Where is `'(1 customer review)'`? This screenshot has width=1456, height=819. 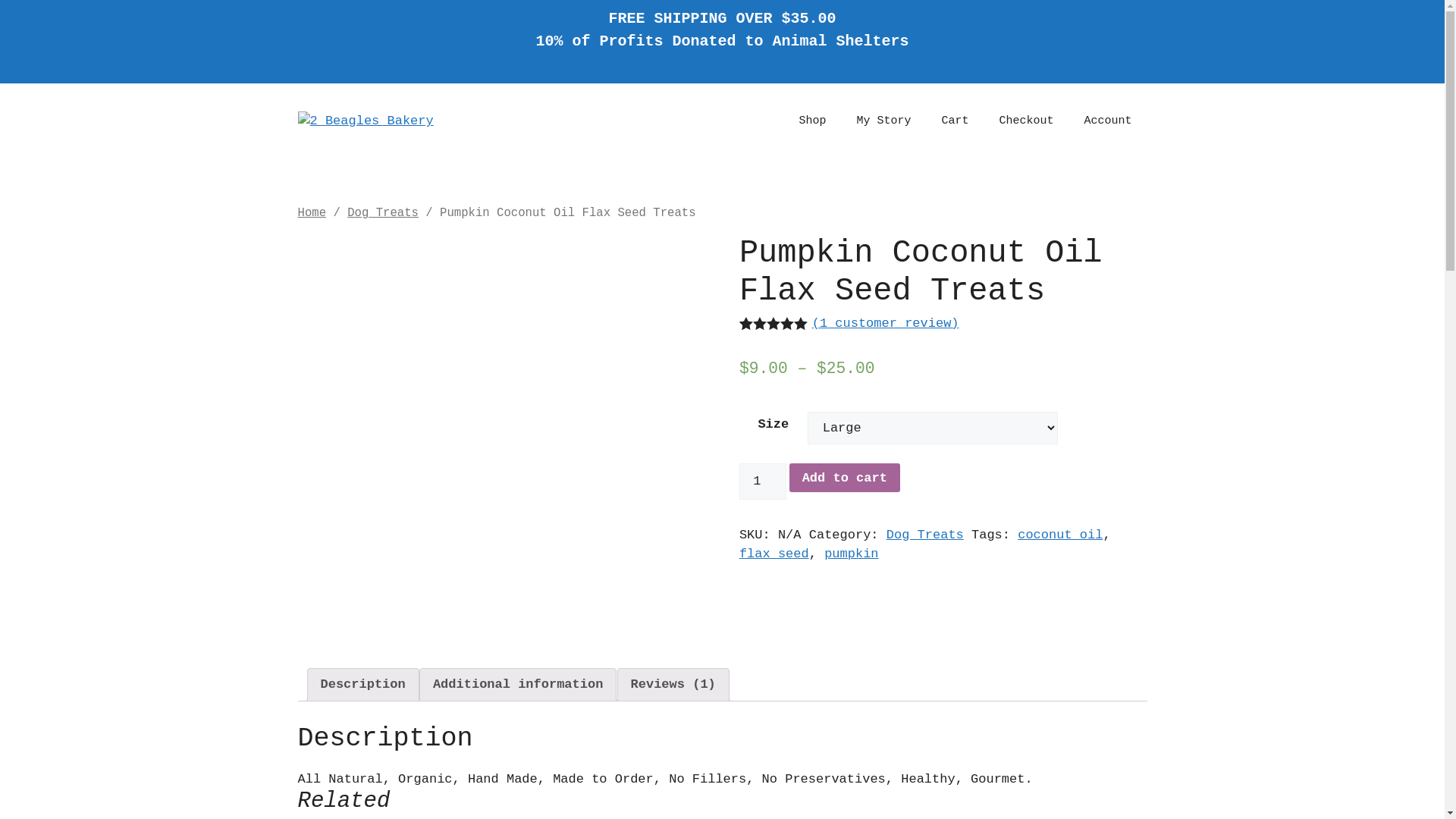
'(1 customer review)' is located at coordinates (885, 322).